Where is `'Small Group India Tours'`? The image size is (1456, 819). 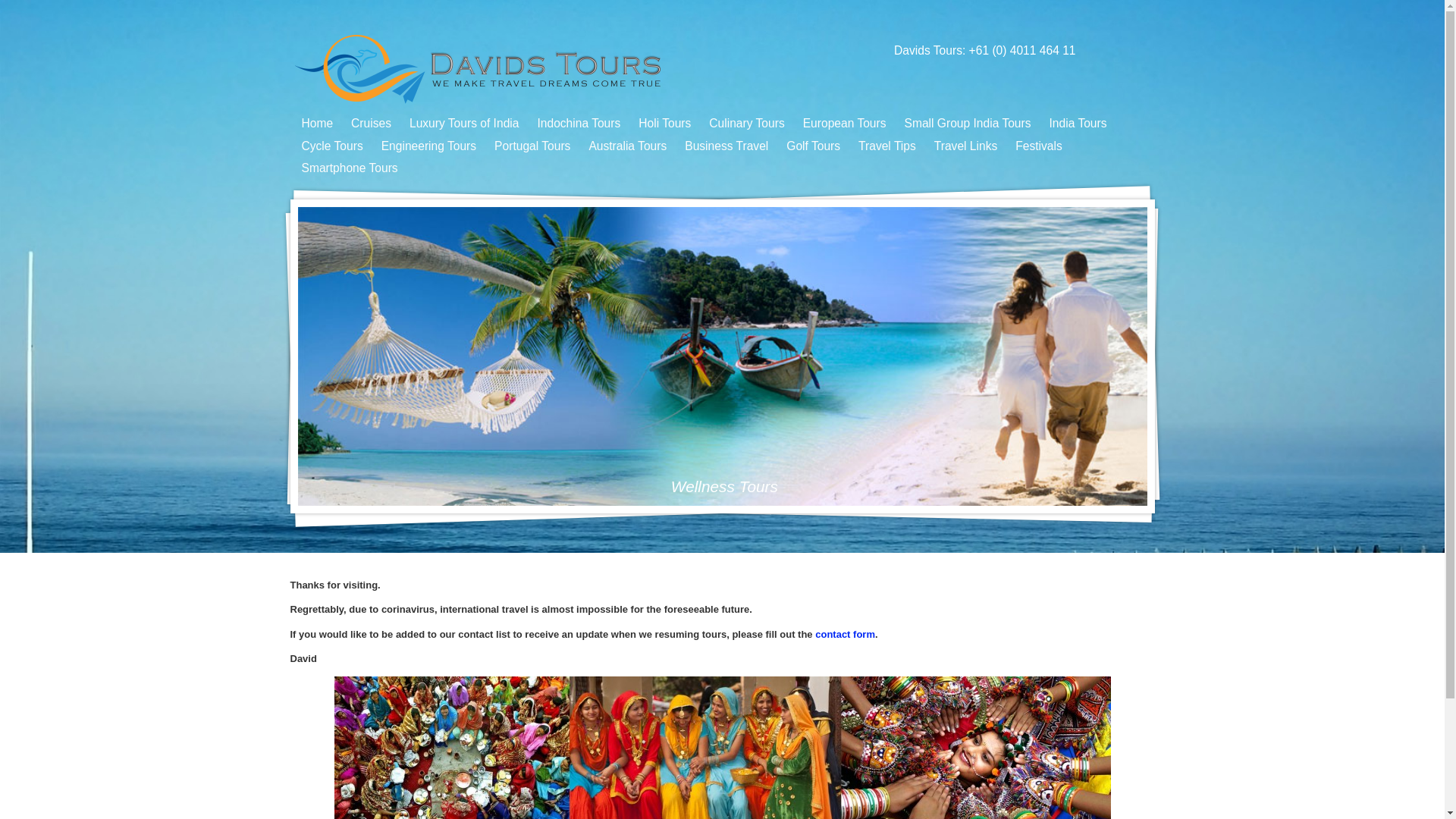
'Small Group India Tours' is located at coordinates (898, 122).